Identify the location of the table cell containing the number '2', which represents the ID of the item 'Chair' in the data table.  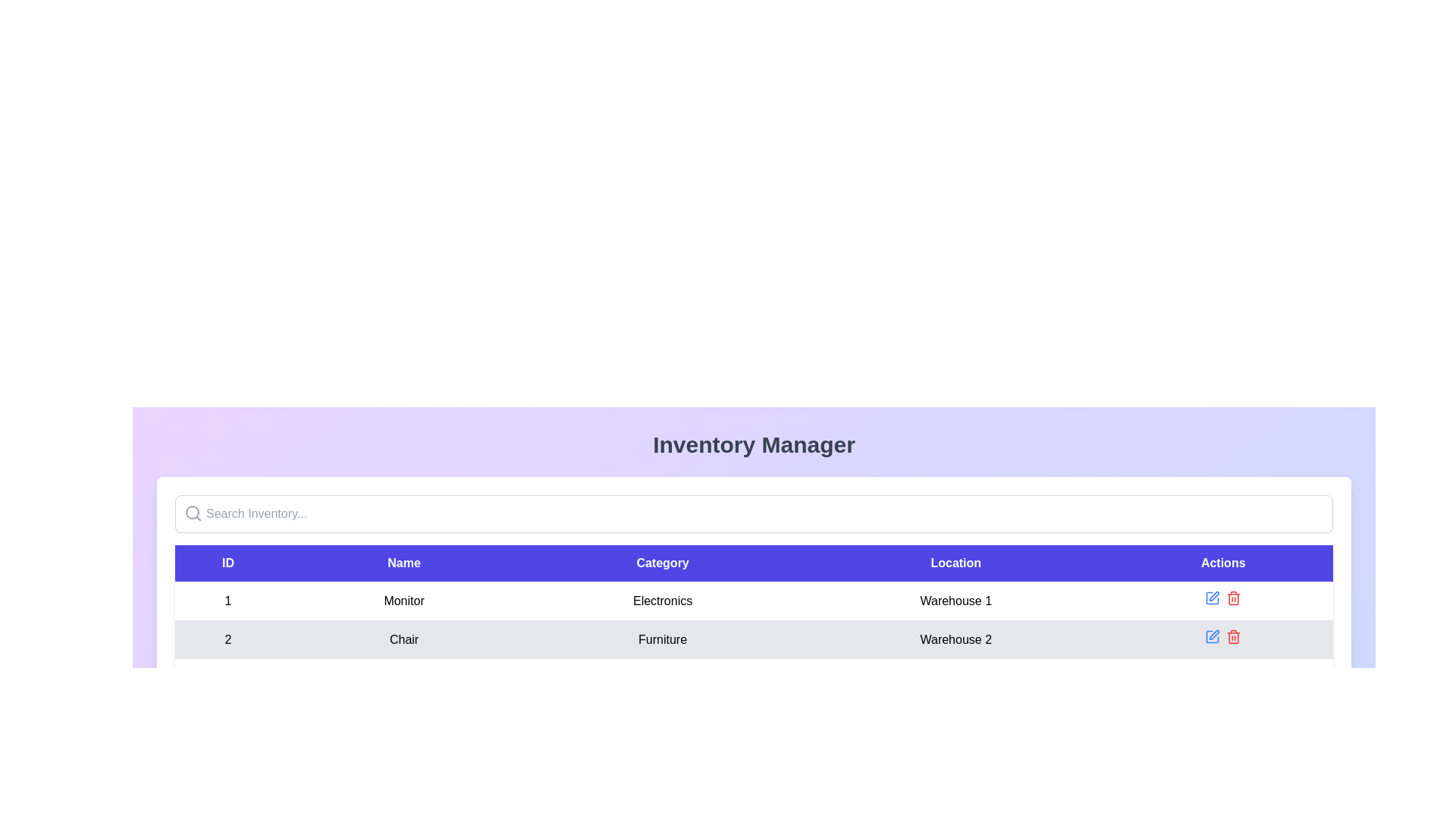
(227, 639).